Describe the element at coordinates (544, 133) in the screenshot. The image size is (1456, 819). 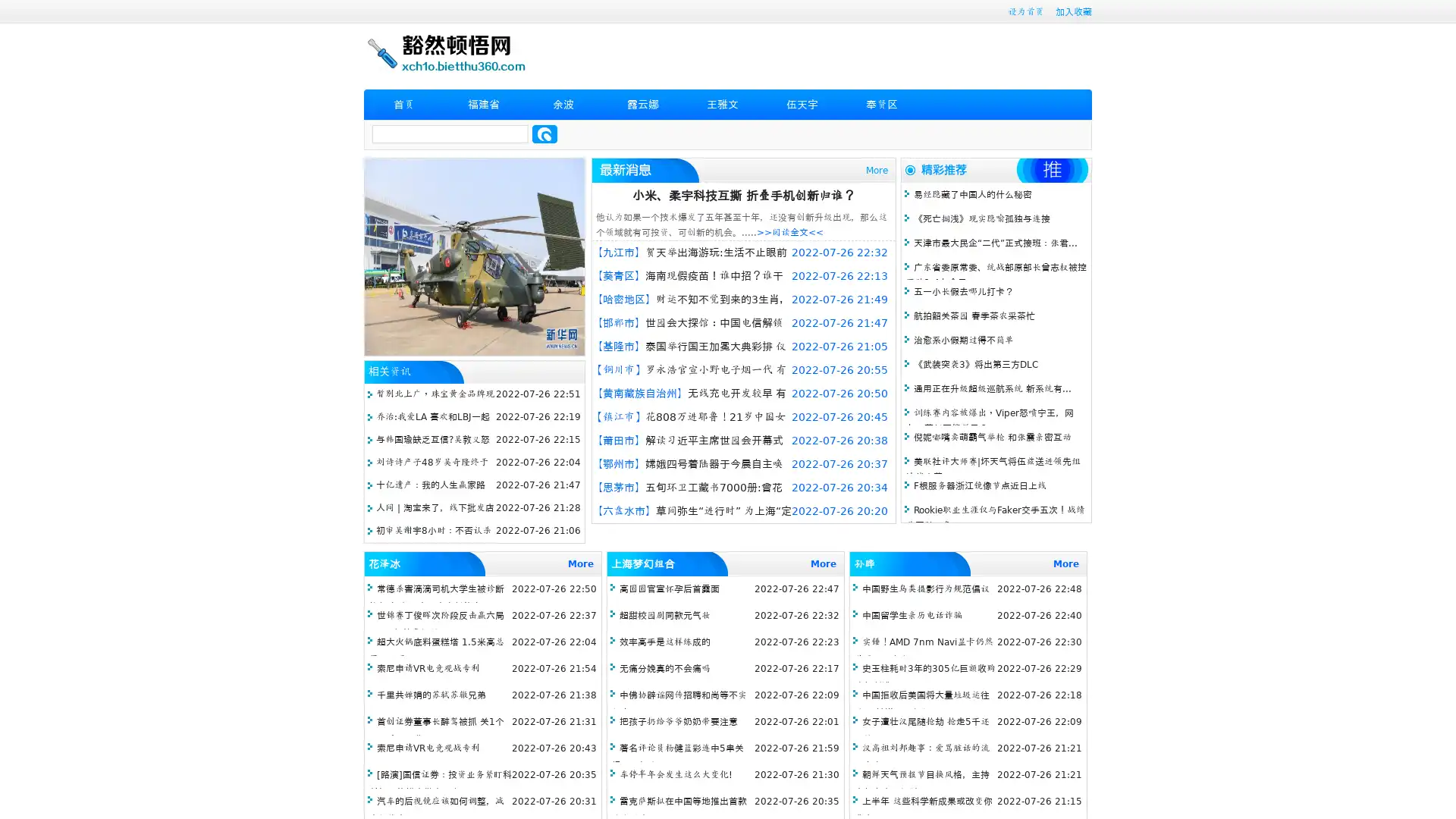
I see `Search` at that location.